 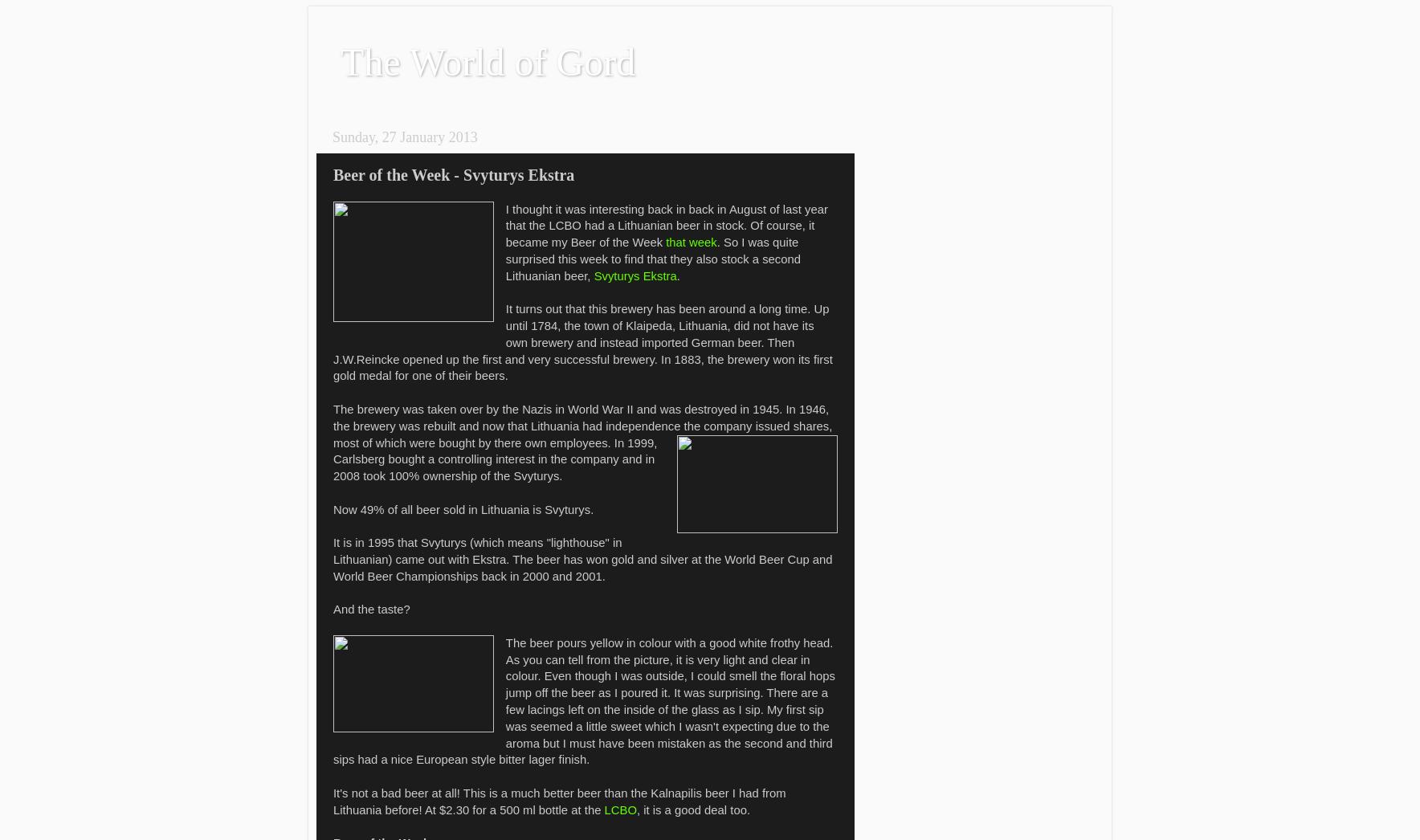 I want to click on 'Sunday, 27 January 2013', so click(x=333, y=137).